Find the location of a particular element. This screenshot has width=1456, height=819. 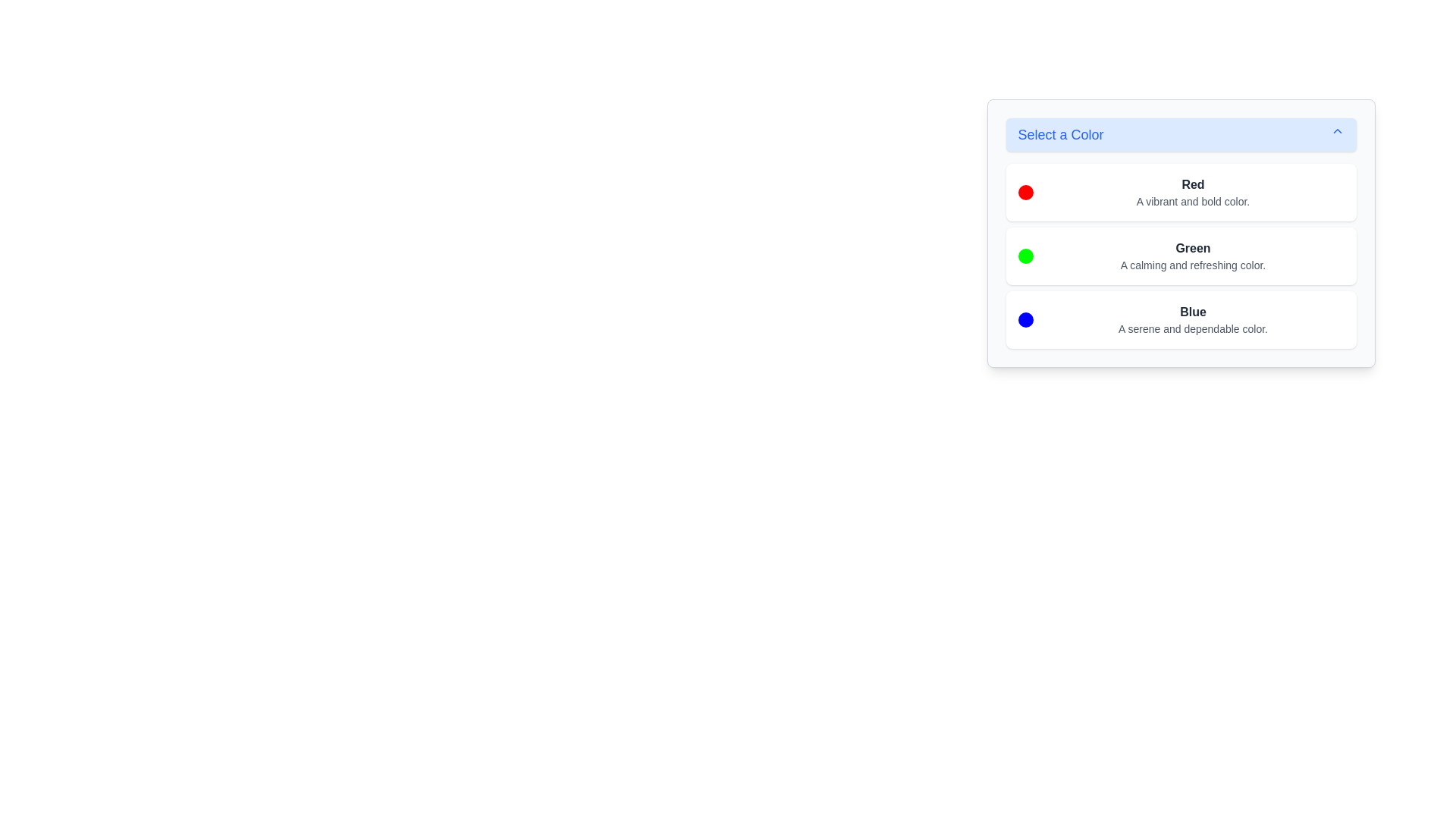

the chevron icon button located on the right side of the header bar labeled 'Select a Color' is located at coordinates (1337, 130).